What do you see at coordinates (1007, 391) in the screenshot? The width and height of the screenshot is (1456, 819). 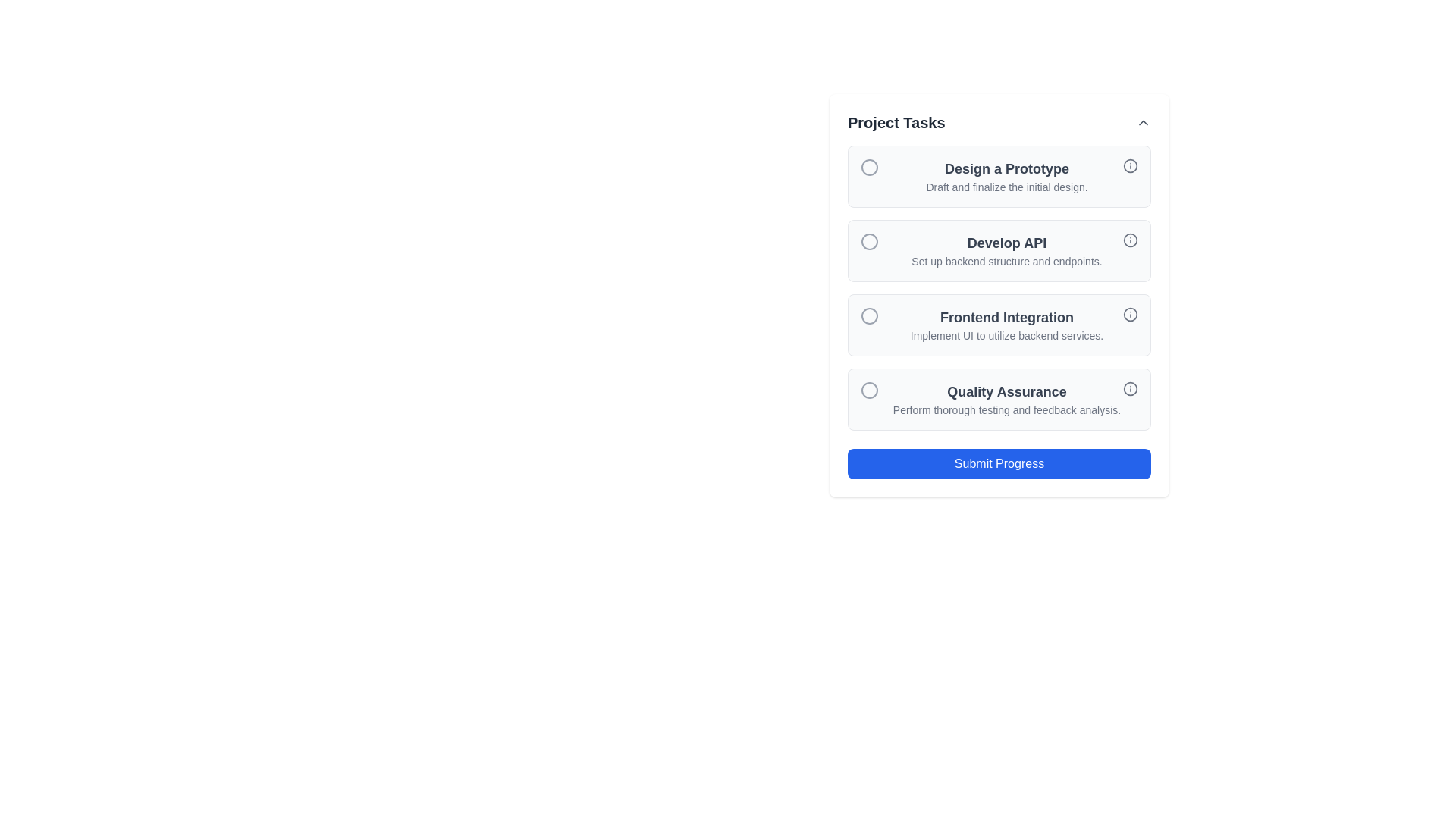 I see `the Text Label that serves as the heading for the task titled 'Quality Assurance', which is located in the fourth box of a vertically stacked list of task options` at bounding box center [1007, 391].